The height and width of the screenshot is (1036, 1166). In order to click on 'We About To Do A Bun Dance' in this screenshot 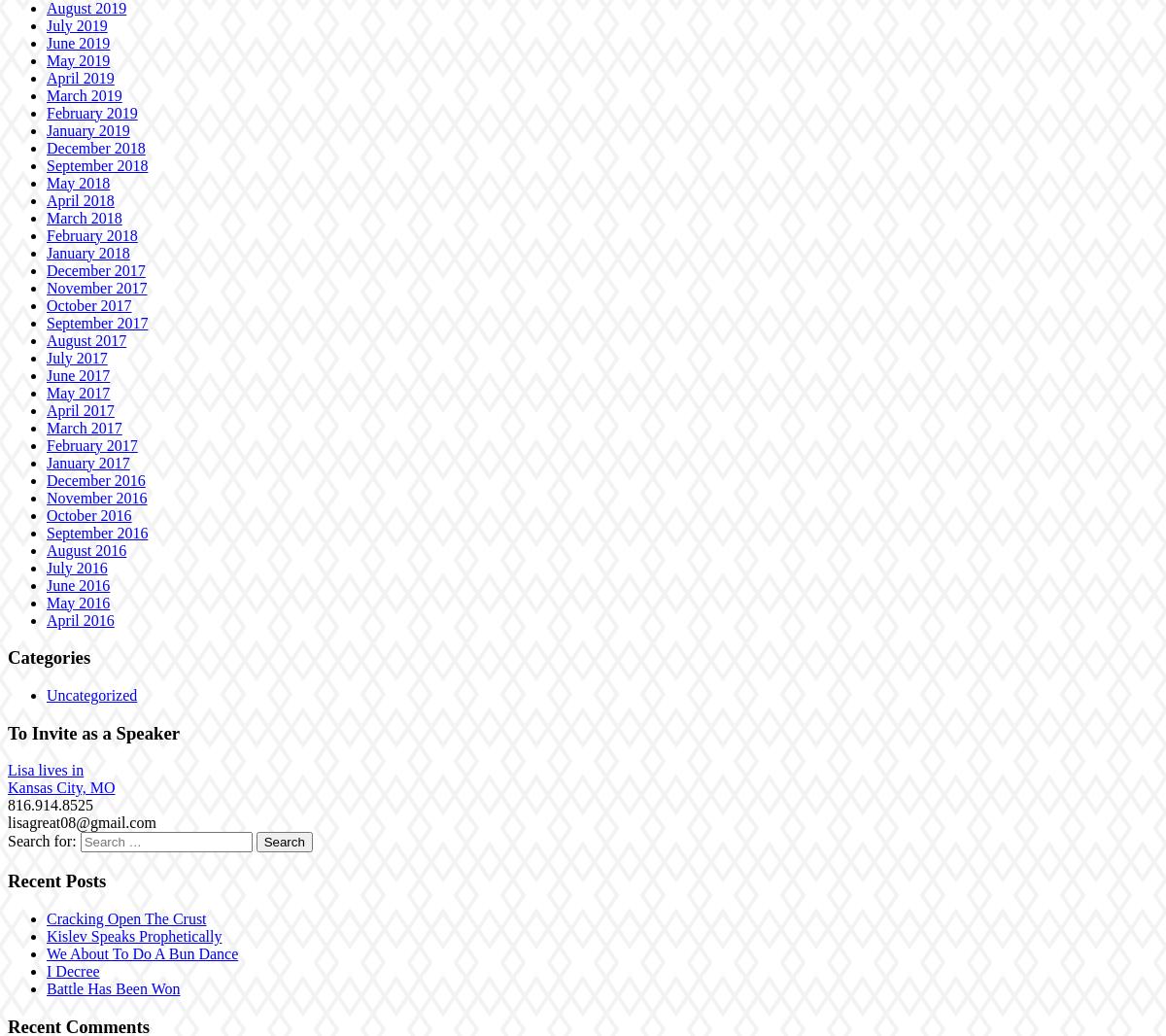, I will do `click(142, 952)`.